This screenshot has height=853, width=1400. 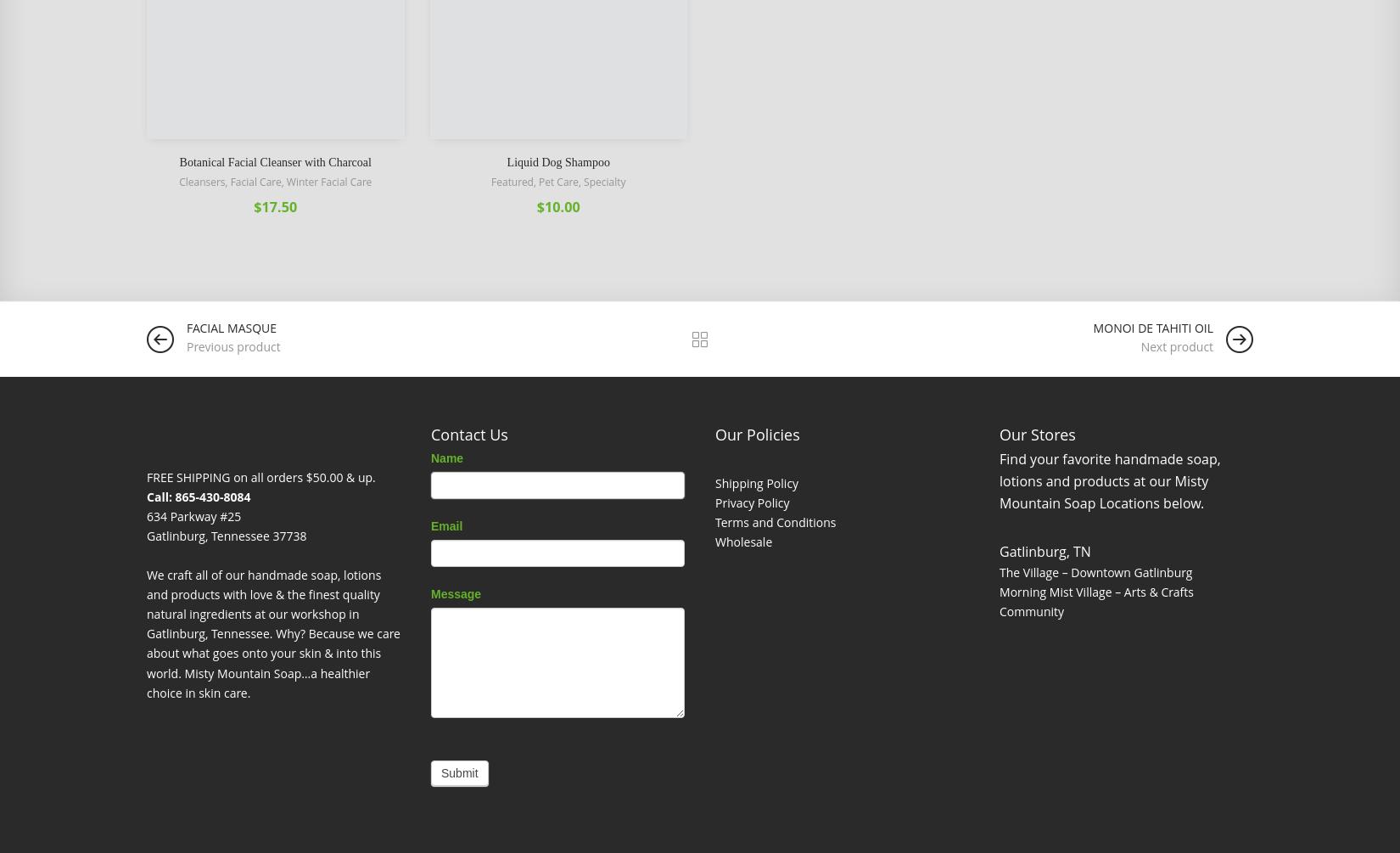 I want to click on 'Our Policies', so click(x=757, y=433).